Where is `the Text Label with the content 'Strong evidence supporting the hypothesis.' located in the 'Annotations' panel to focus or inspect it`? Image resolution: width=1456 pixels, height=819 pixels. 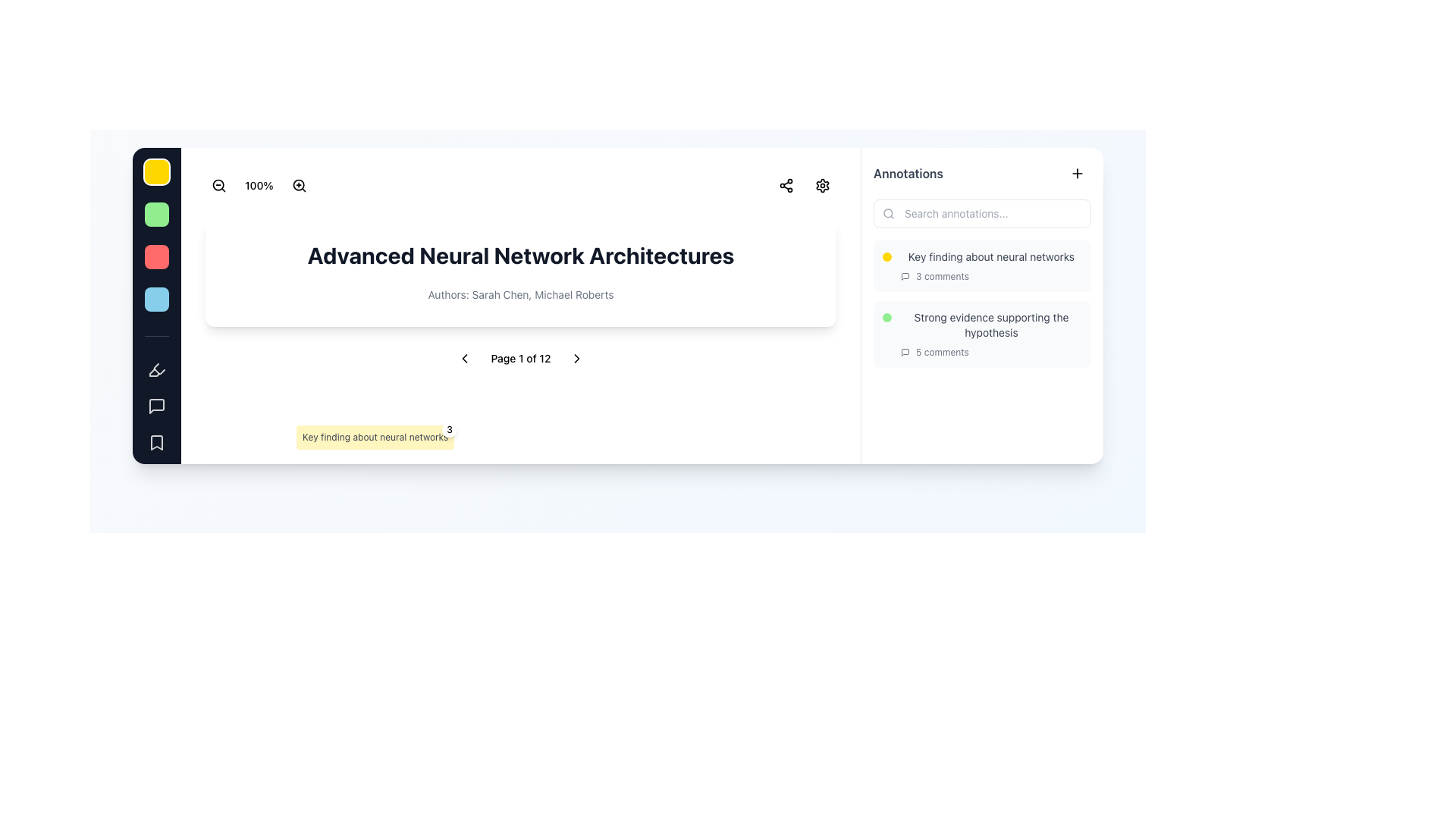
the Text Label with the content 'Strong evidence supporting the hypothesis.' located in the 'Annotations' panel to focus or inspect it is located at coordinates (991, 324).